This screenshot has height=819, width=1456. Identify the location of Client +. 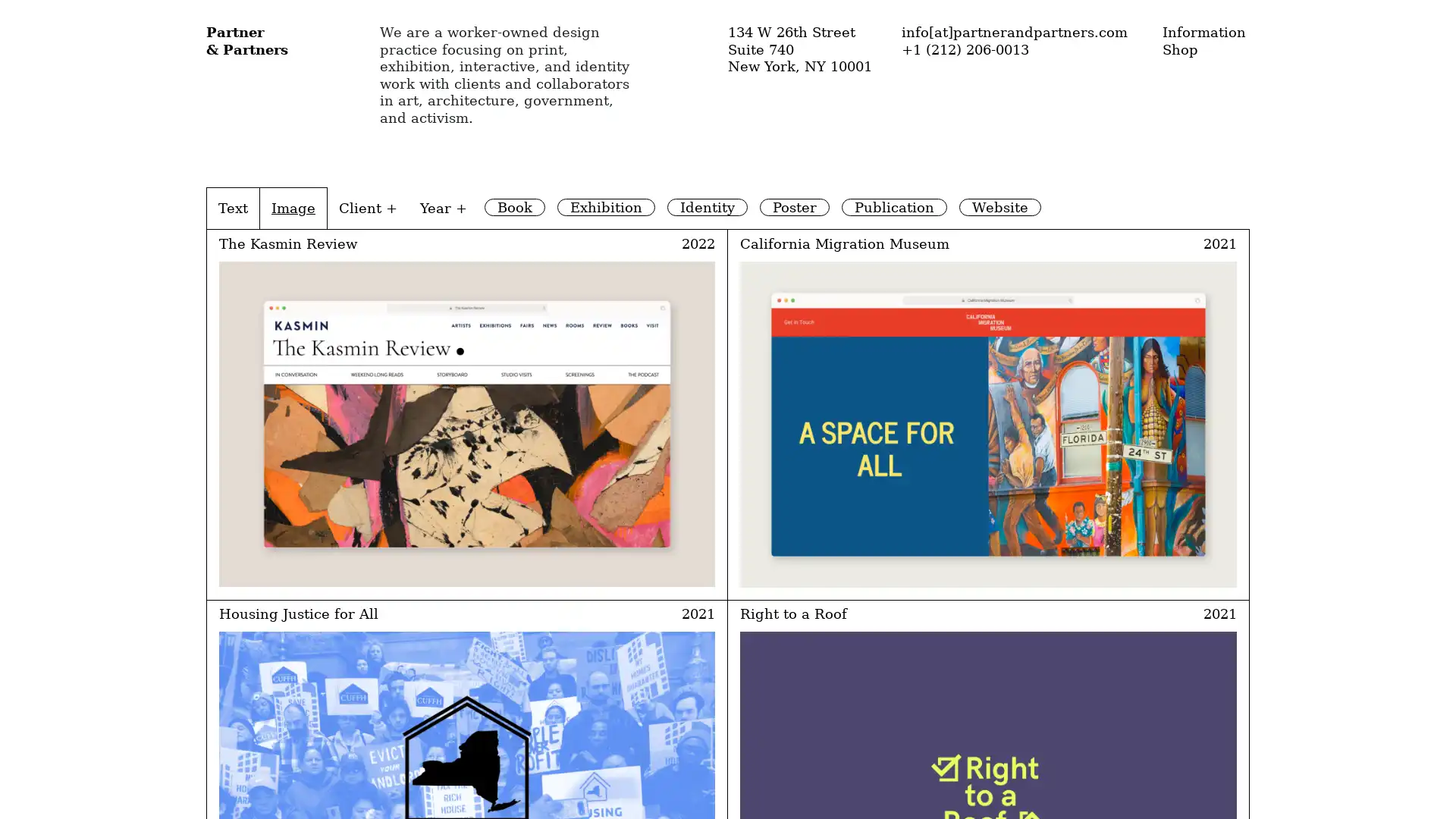
(368, 207).